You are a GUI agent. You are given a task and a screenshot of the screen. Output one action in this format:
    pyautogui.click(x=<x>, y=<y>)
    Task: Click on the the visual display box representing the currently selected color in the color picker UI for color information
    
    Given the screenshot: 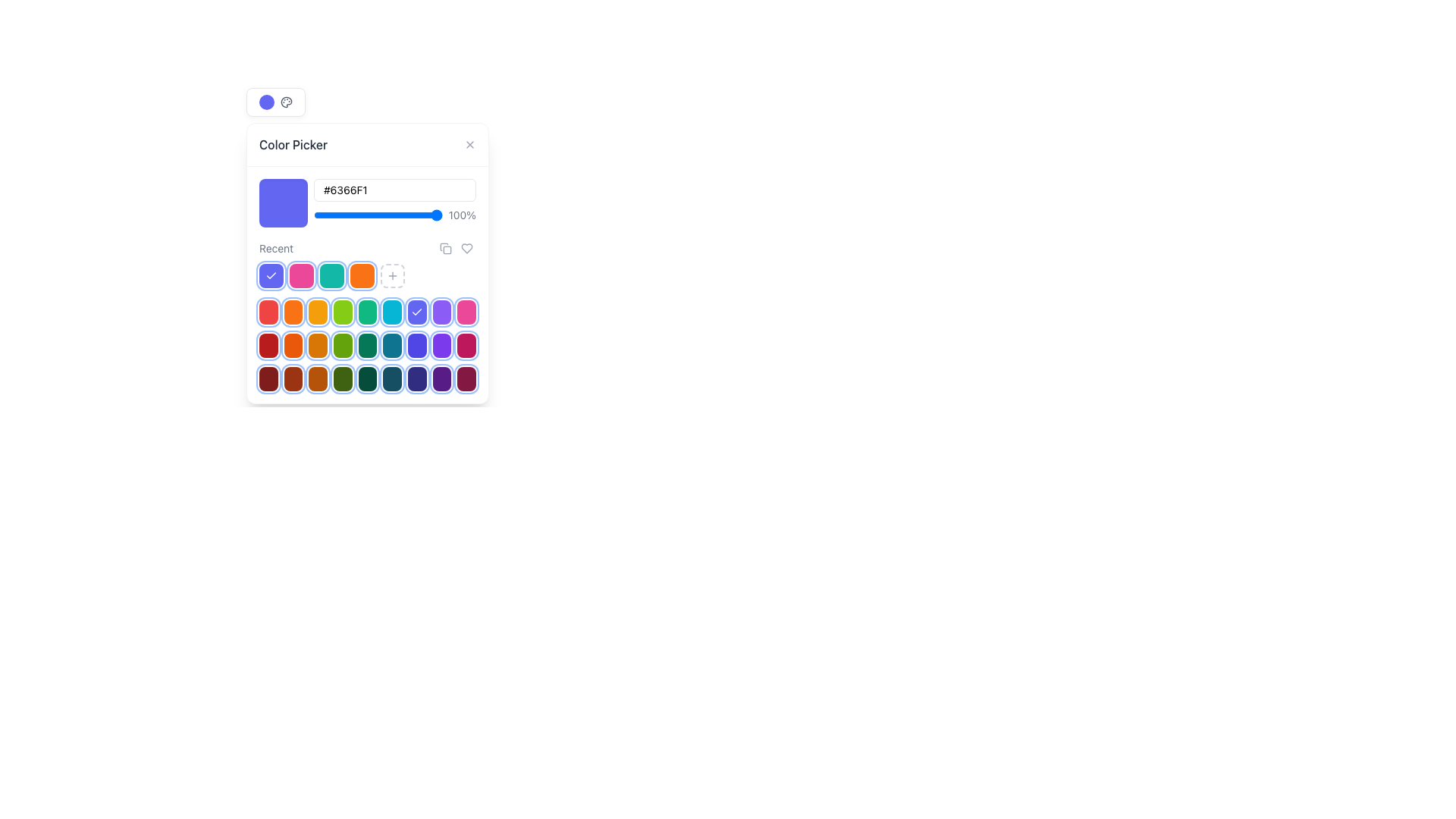 What is the action you would take?
    pyautogui.click(x=284, y=202)
    